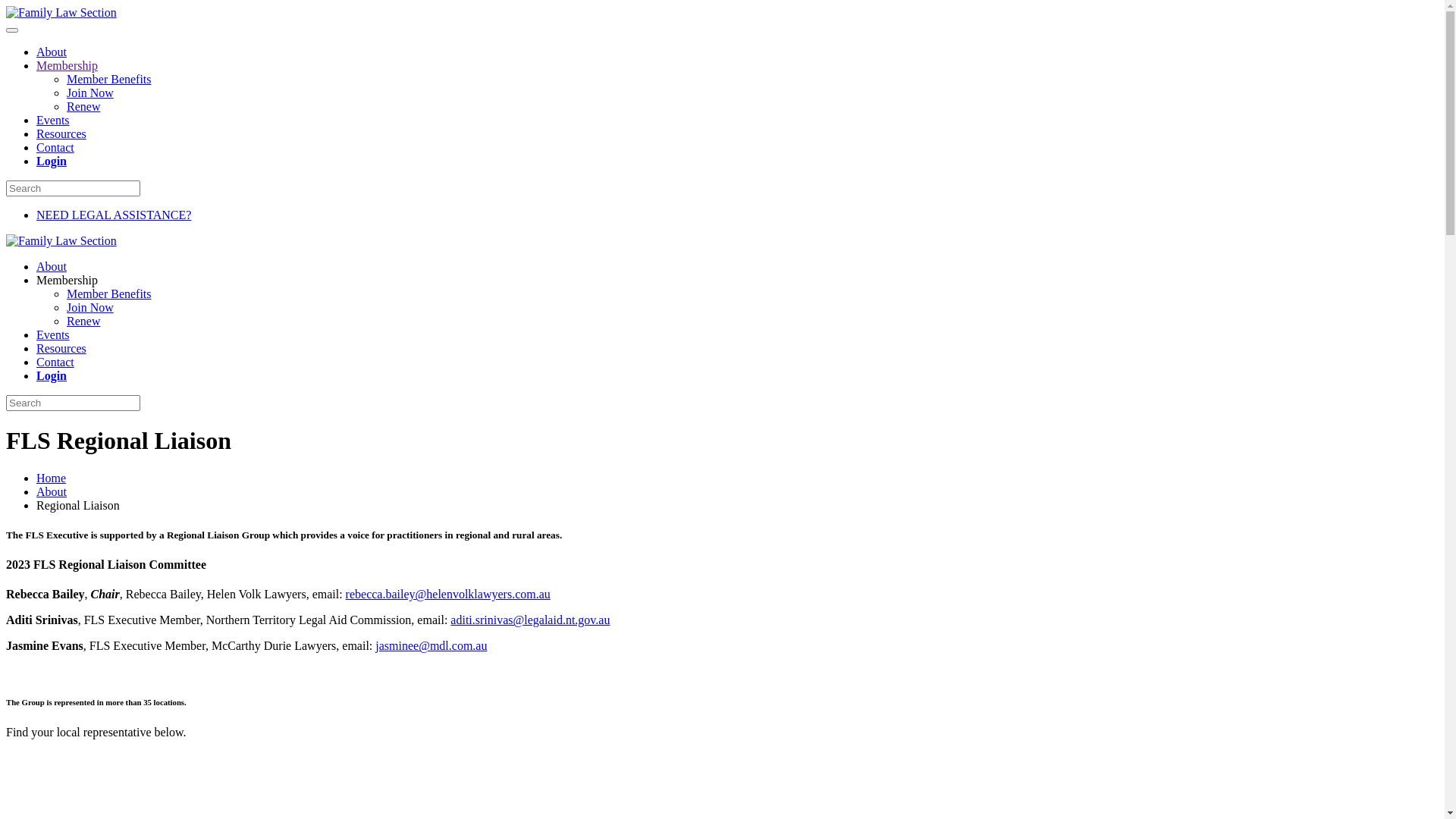 This screenshot has height=819, width=1456. What do you see at coordinates (89, 93) in the screenshot?
I see `'Join Now'` at bounding box center [89, 93].